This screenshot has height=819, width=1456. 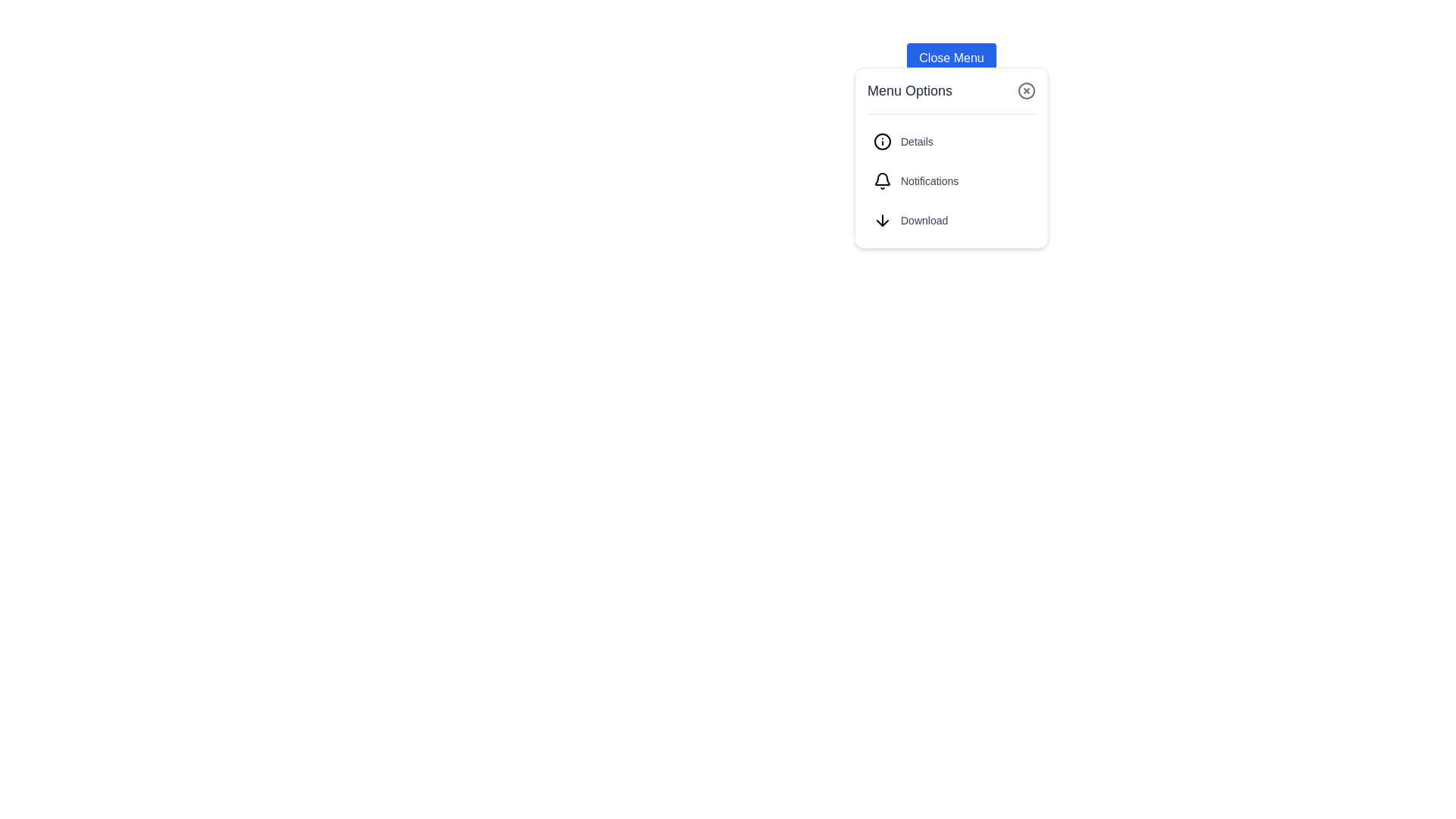 I want to click on the 'Download' text label, which is displayed in a small gray font below a downward arrow icon in the Menu Options section, so click(x=924, y=220).